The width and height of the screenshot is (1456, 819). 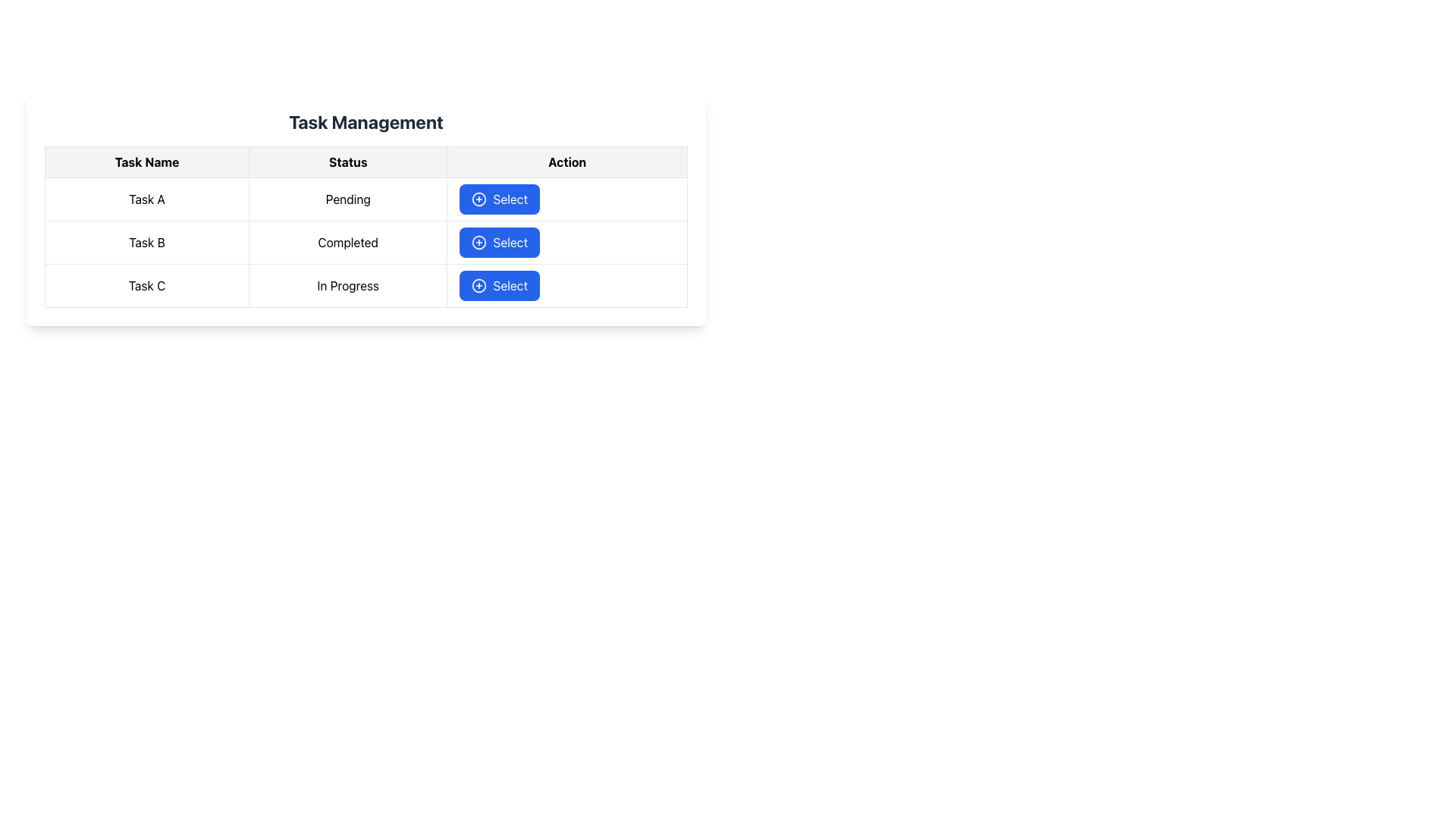 I want to click on the circular SVG icon button with a blue outline located in the 'Action' column of the last row (third row) of the table, which represents a selectable action for 'Task C', so click(x=479, y=286).